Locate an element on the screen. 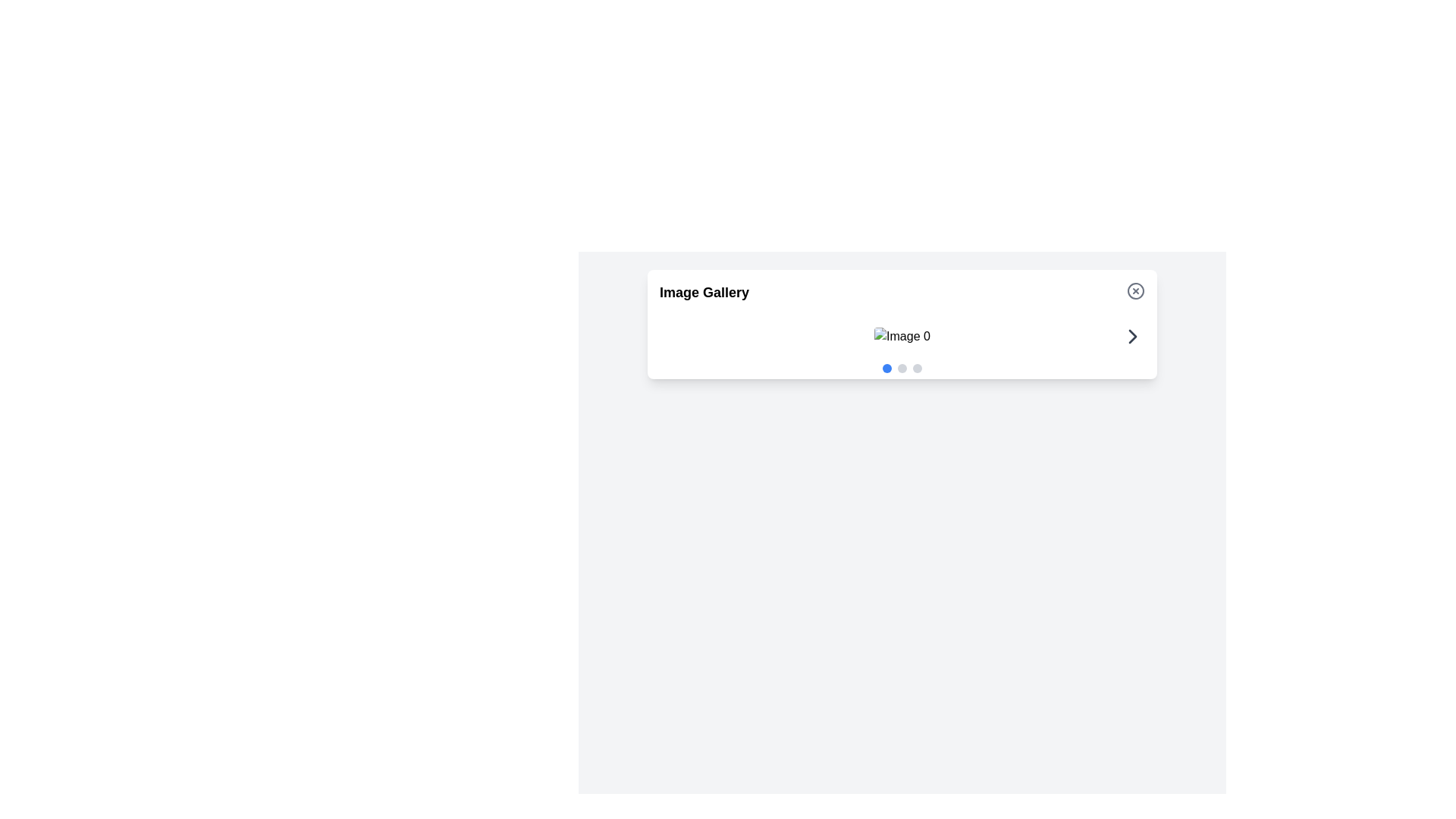  the third selectable navigation indicator dot is located at coordinates (916, 369).